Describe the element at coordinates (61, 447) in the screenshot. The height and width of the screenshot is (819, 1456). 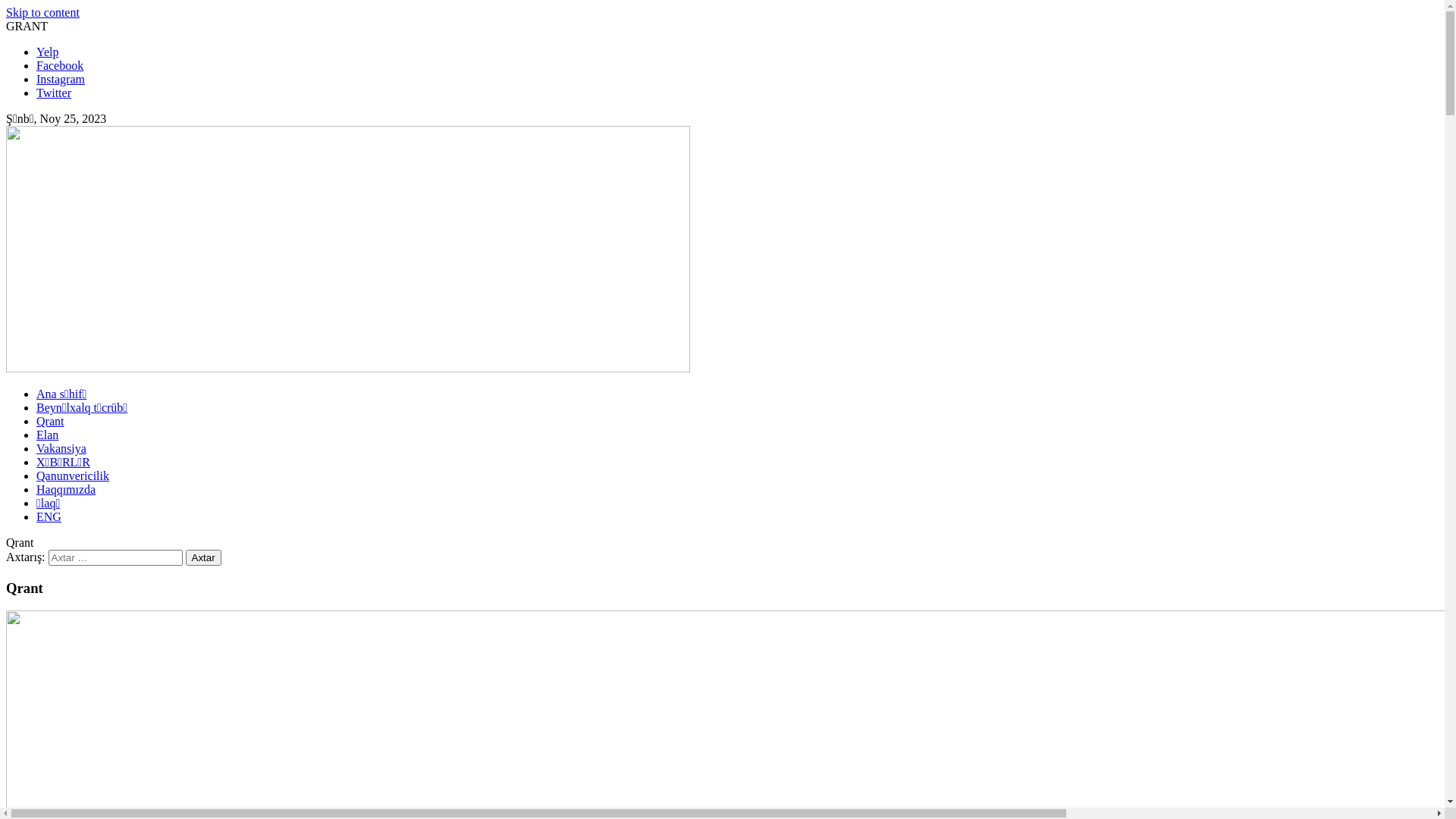
I see `'Vakansiya'` at that location.